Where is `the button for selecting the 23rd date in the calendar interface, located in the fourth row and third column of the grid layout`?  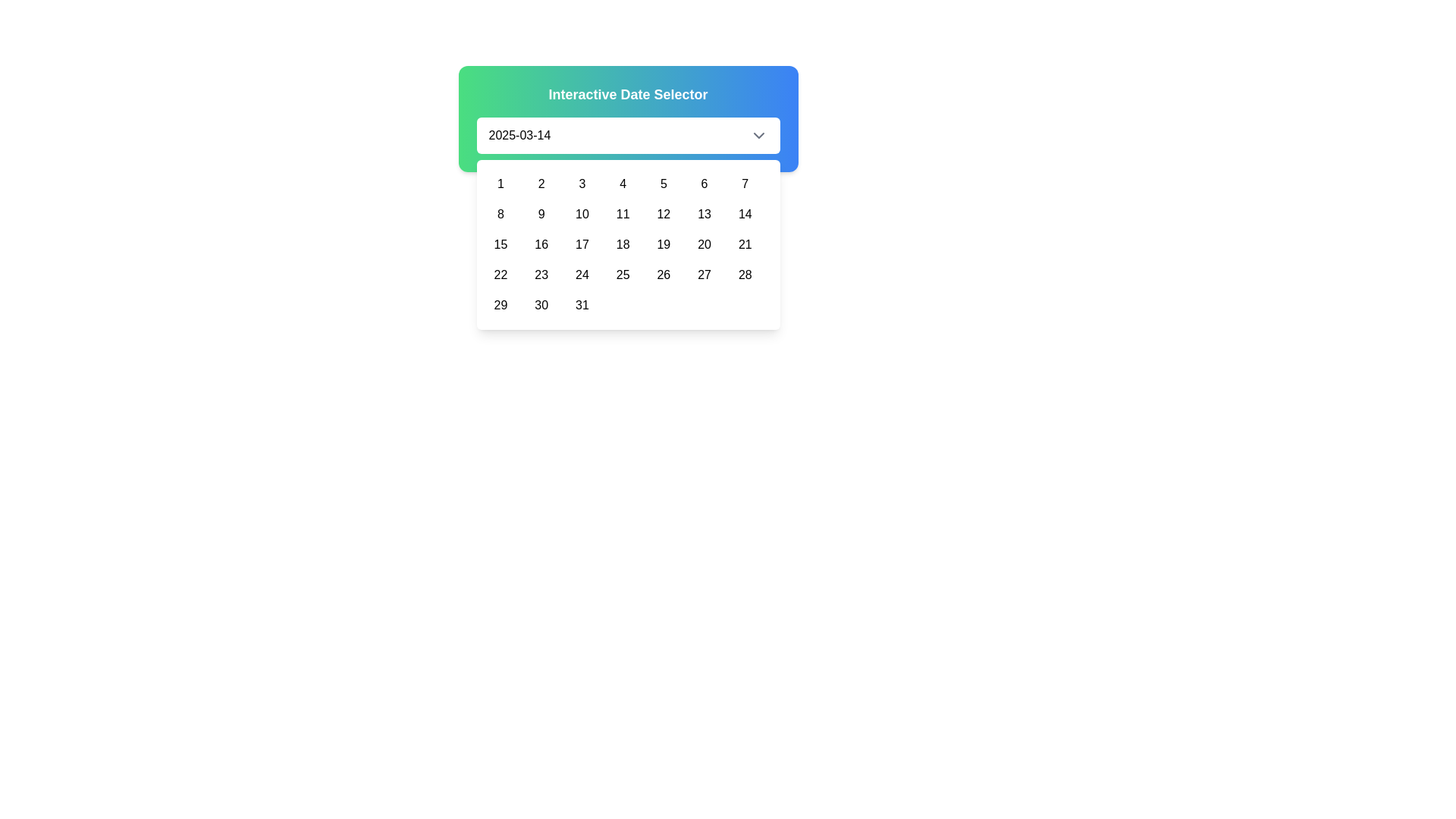
the button for selecting the 23rd date in the calendar interface, located in the fourth row and third column of the grid layout is located at coordinates (541, 275).